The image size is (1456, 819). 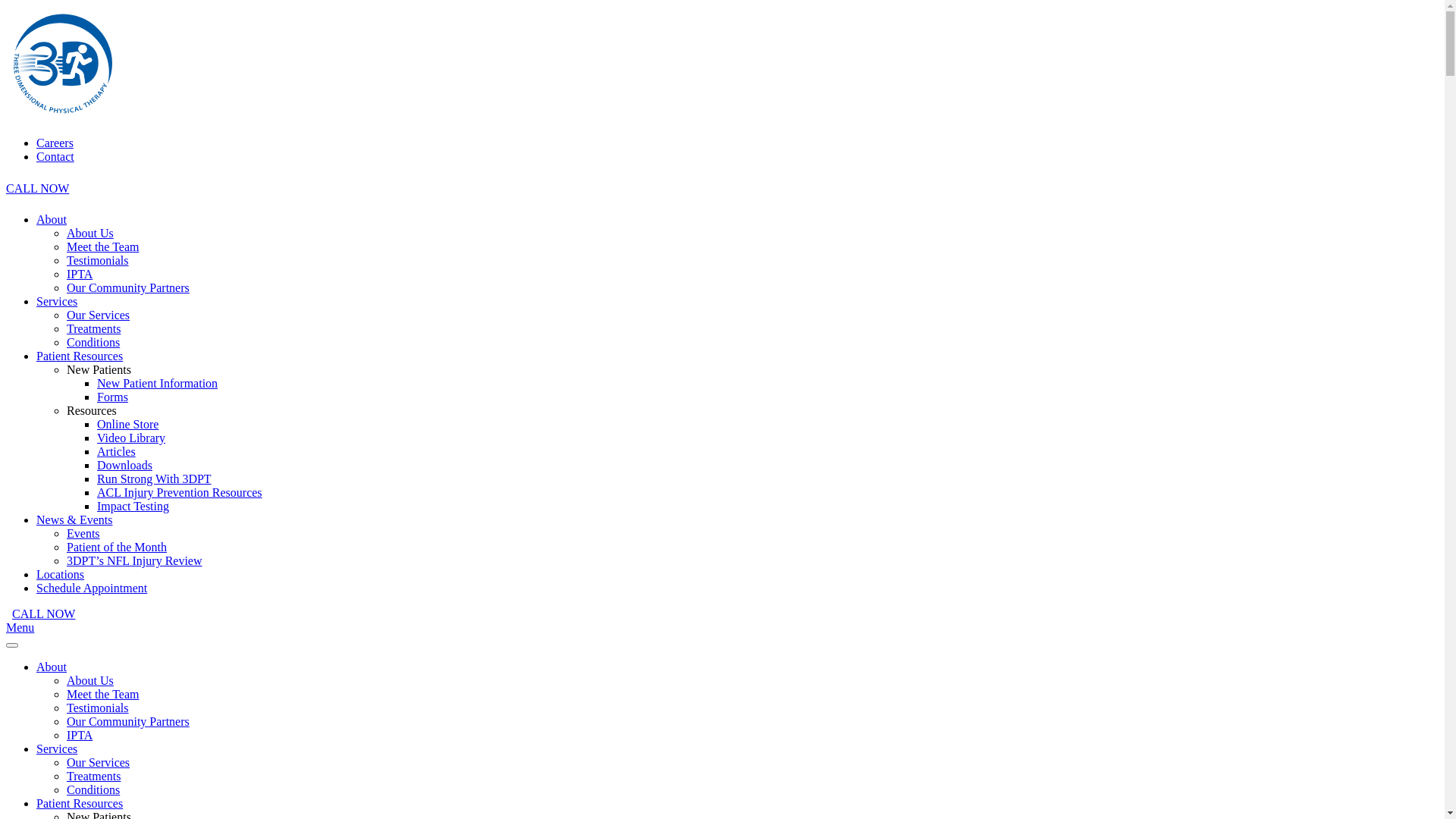 I want to click on 'Online Store', so click(x=127, y=424).